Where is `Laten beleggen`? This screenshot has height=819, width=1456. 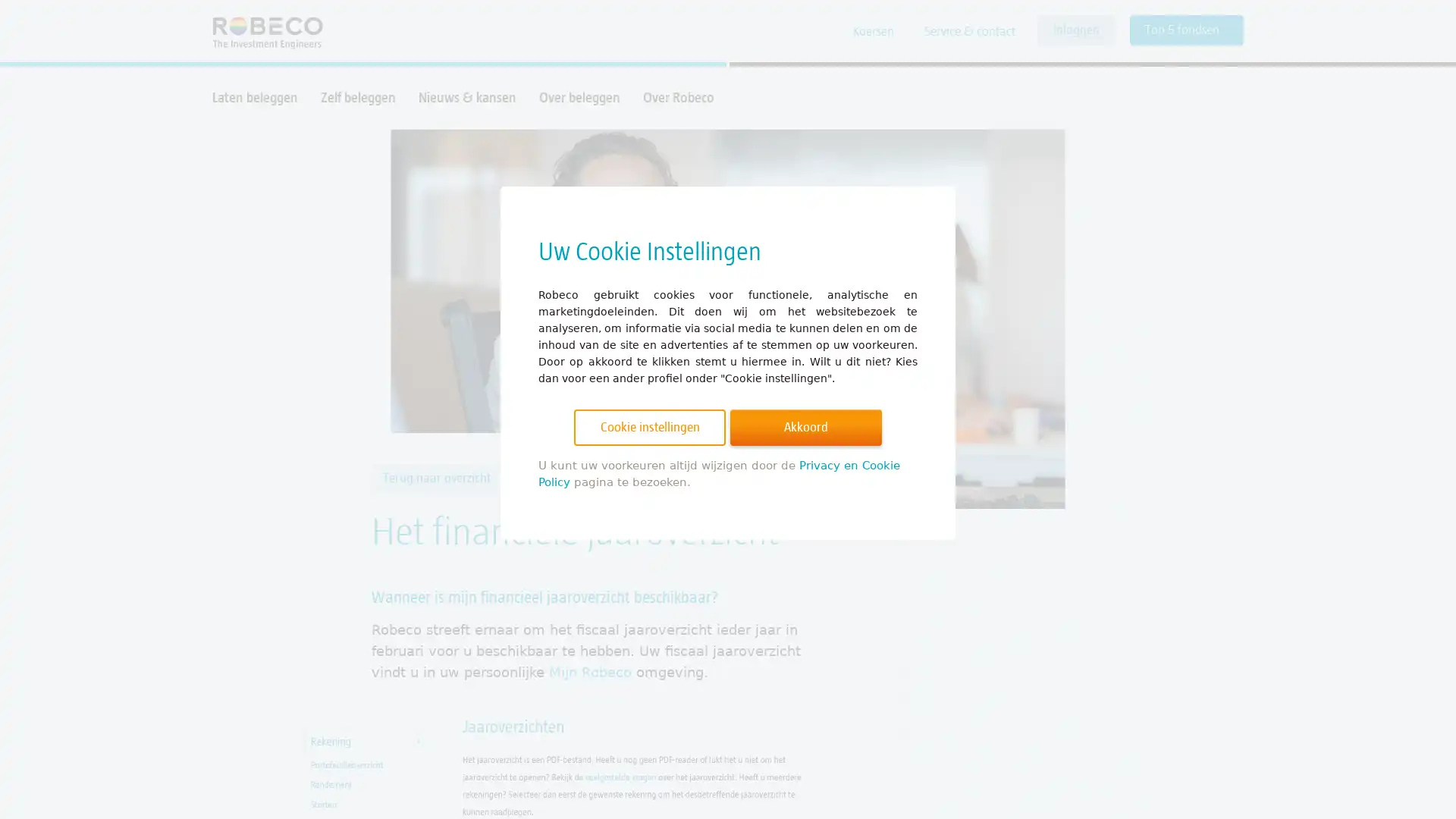 Laten beleggen is located at coordinates (255, 97).